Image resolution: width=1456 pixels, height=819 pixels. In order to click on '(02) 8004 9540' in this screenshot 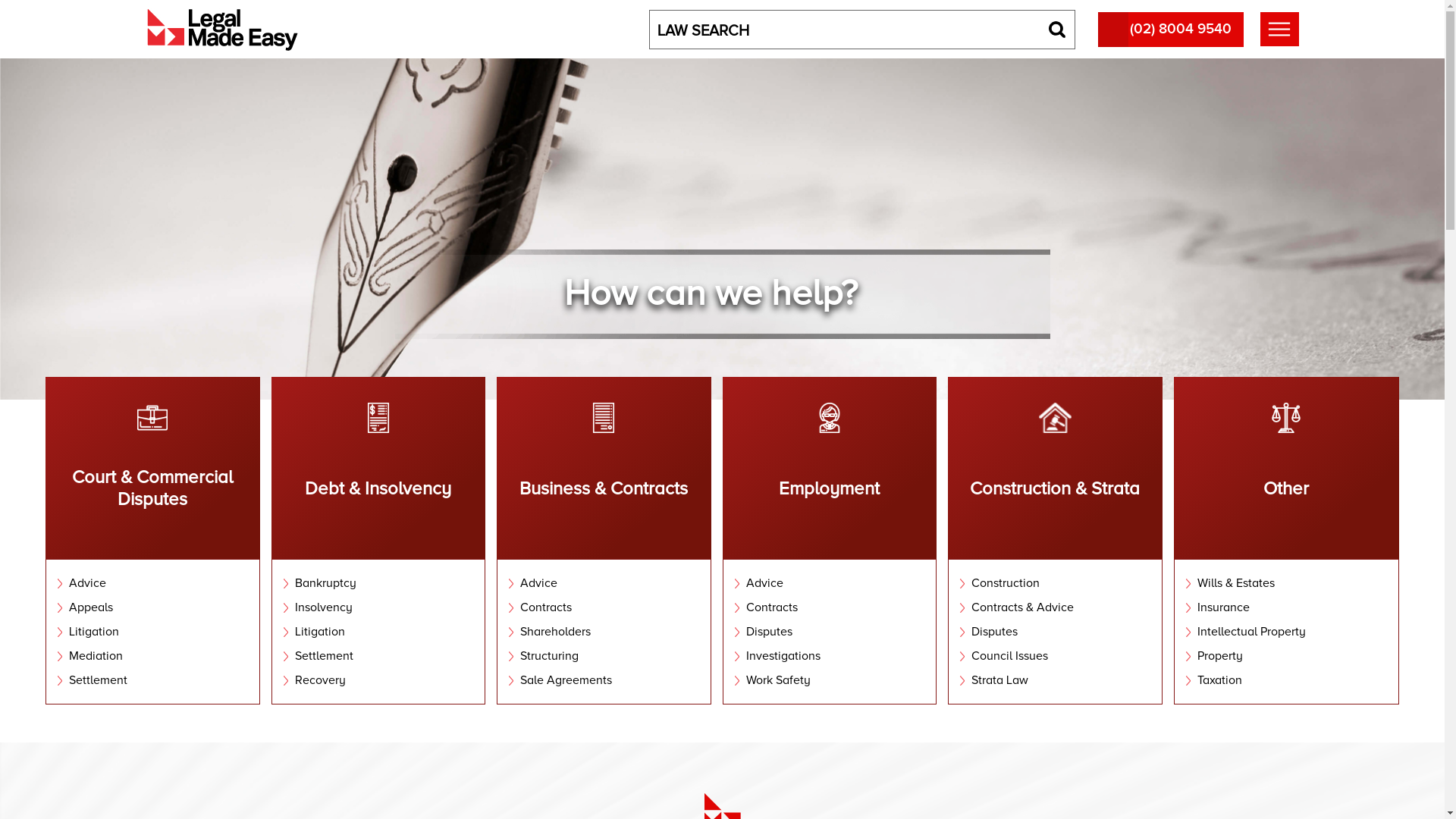, I will do `click(1170, 29)`.